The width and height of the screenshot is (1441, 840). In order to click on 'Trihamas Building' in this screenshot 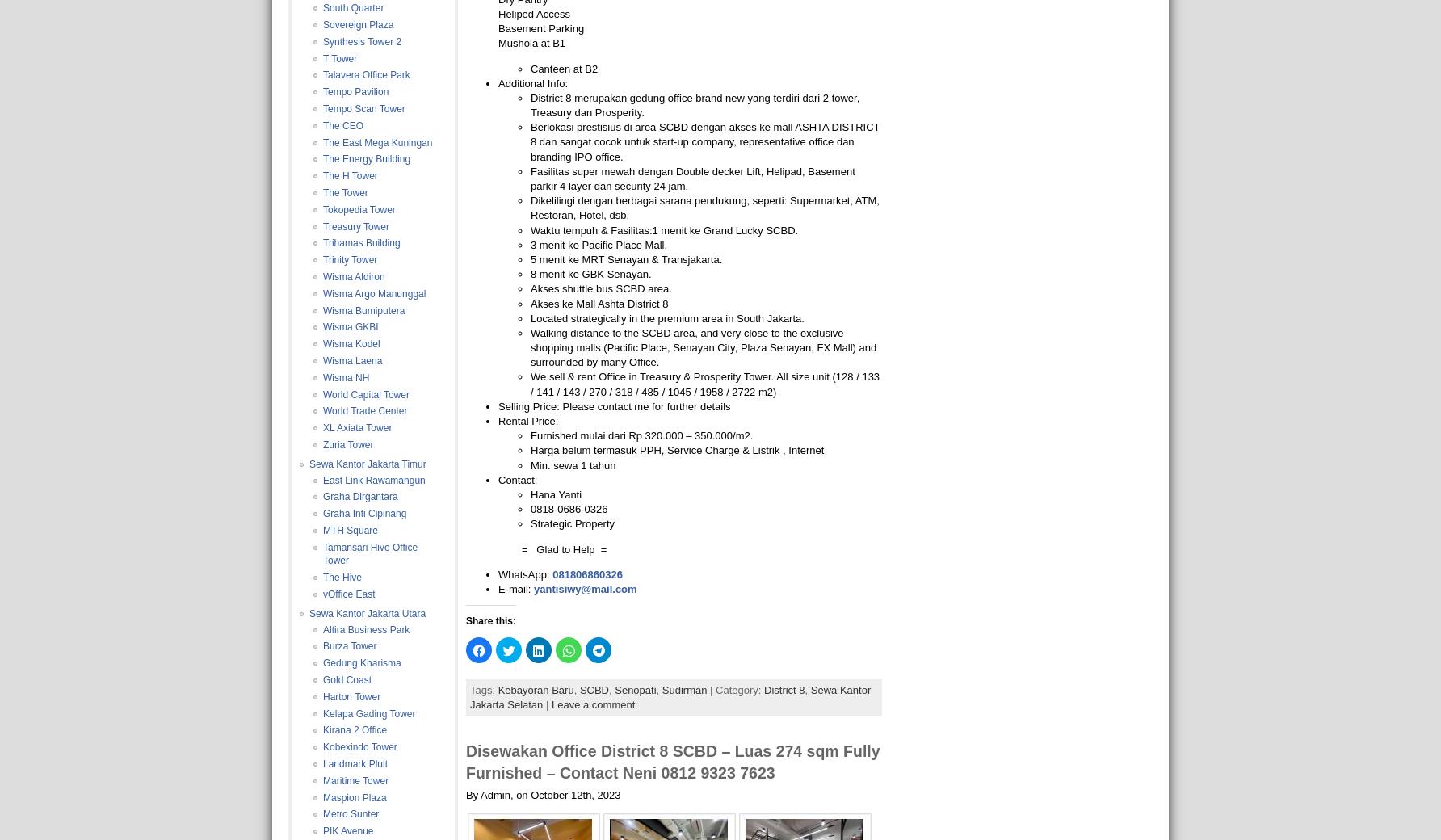, I will do `click(321, 241)`.